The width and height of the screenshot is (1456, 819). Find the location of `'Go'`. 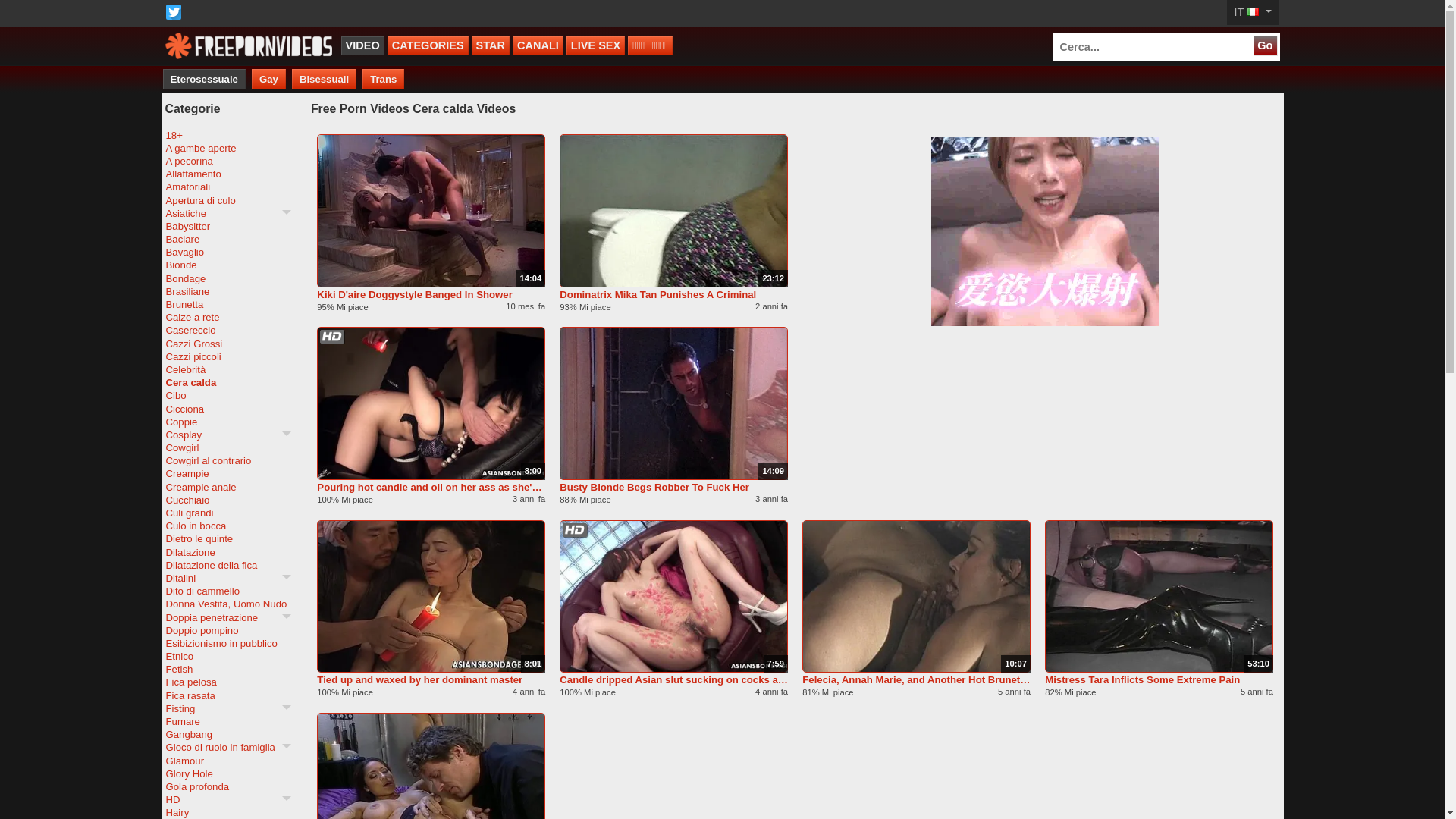

'Go' is located at coordinates (1265, 45).